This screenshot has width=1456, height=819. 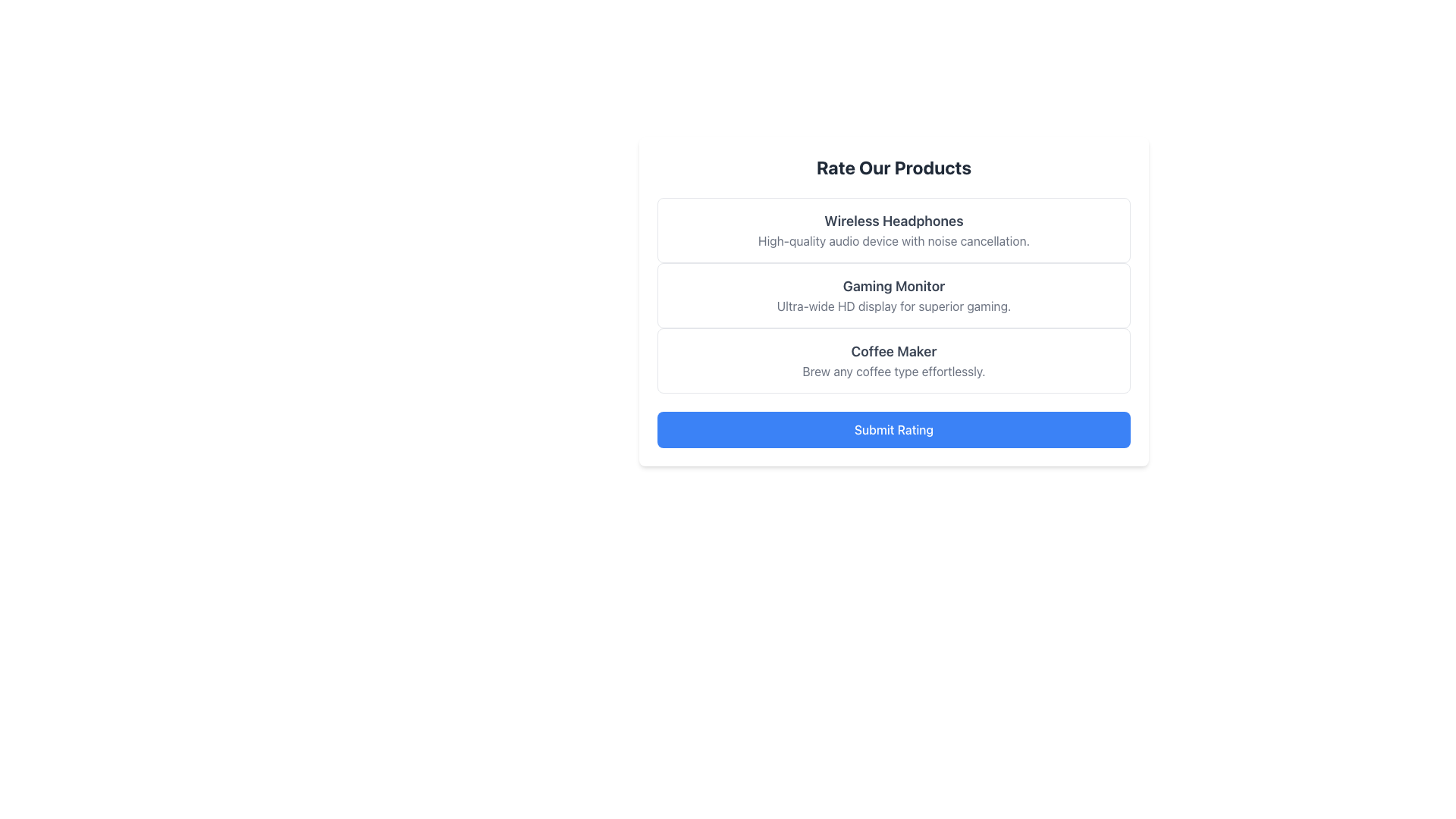 I want to click on the text label reading 'High-quality audio device with noise cancellation.' which is styled lightly and positioned below the title 'Wireless Headphones.', so click(x=894, y=240).